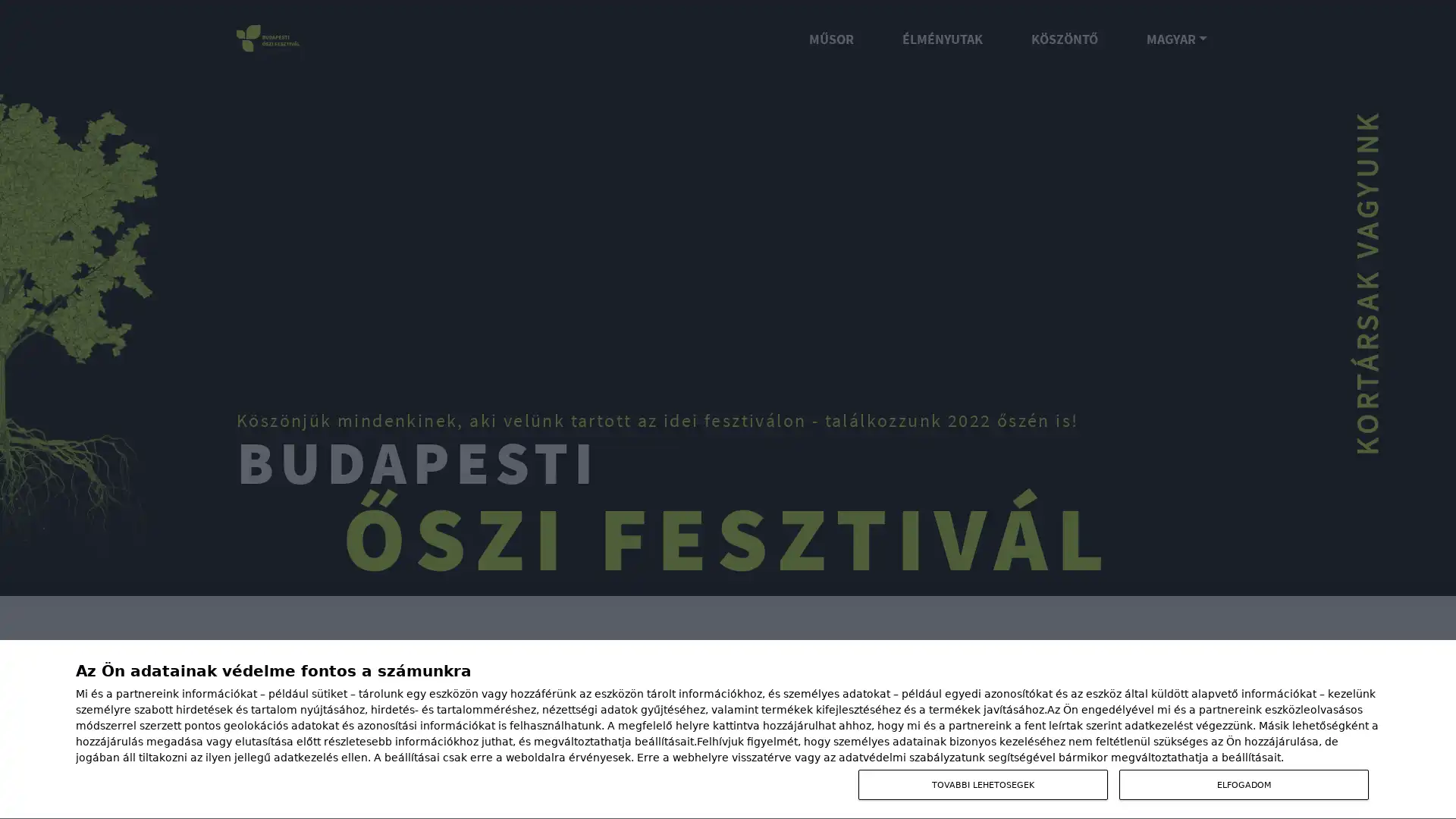 This screenshot has height=819, width=1456. What do you see at coordinates (1244, 784) in the screenshot?
I see `ELFOGADOM` at bounding box center [1244, 784].